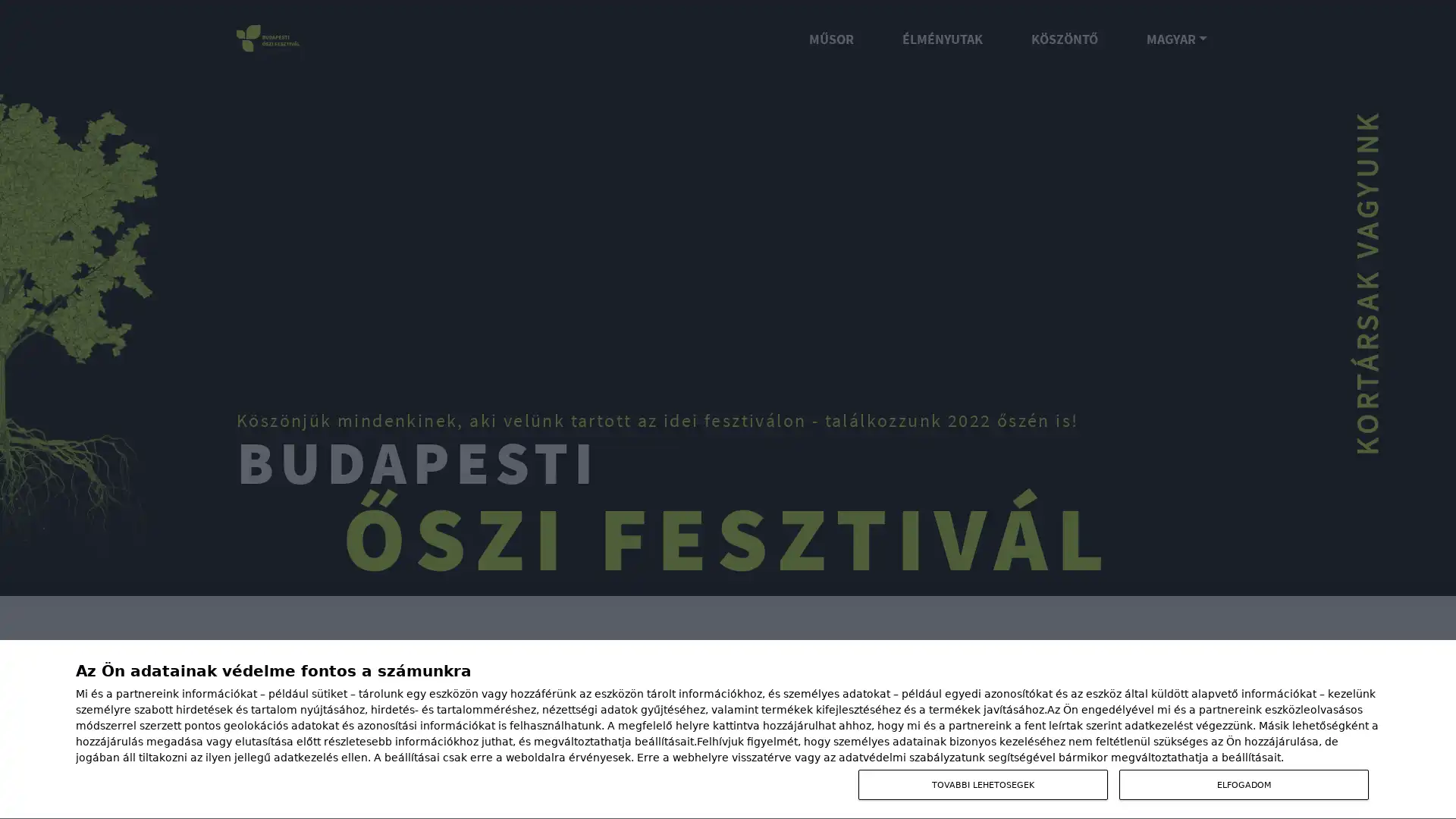 This screenshot has height=819, width=1456. What do you see at coordinates (1244, 784) in the screenshot?
I see `ELFOGADOM` at bounding box center [1244, 784].